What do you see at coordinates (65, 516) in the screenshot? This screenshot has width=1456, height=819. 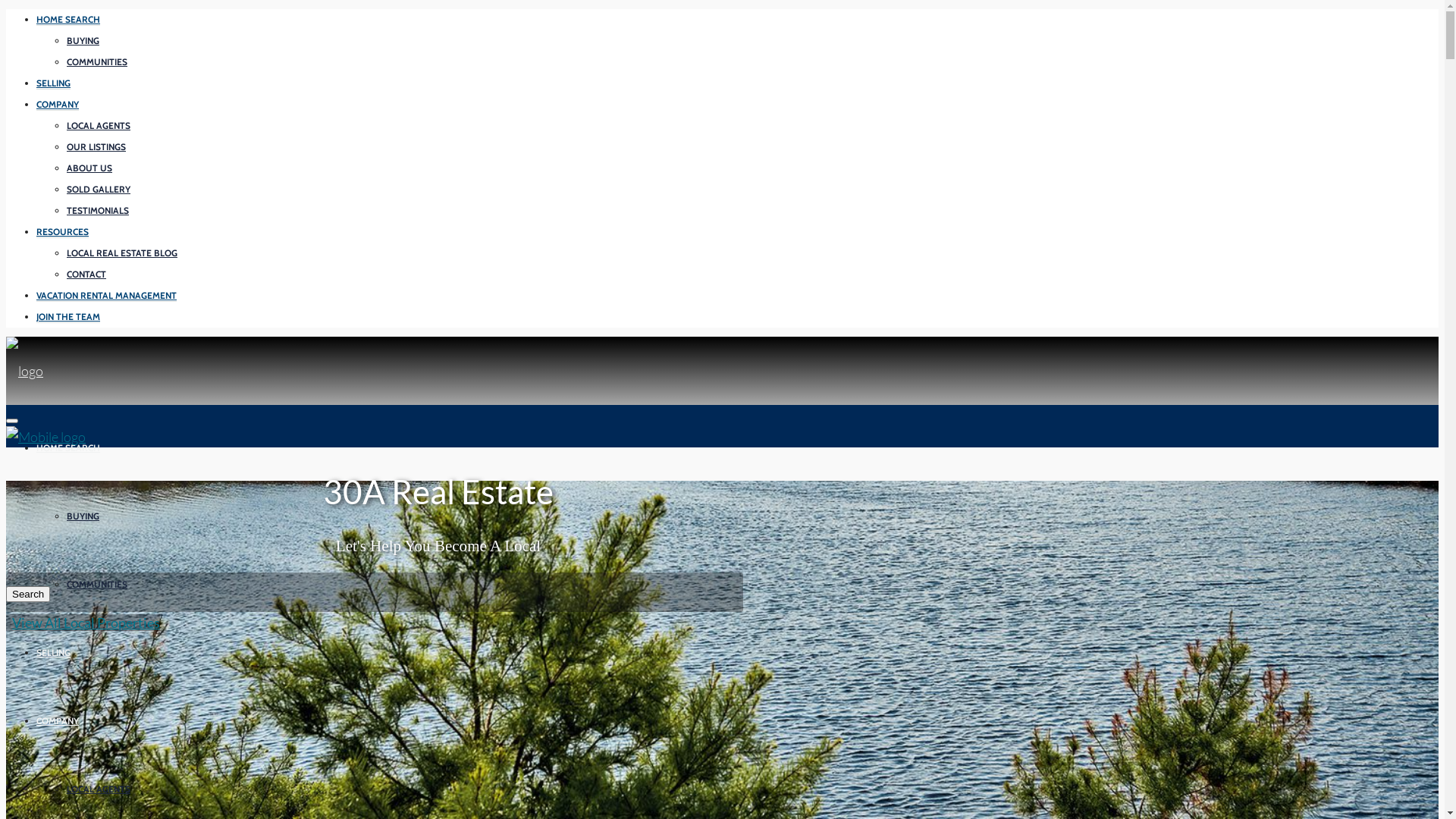 I see `'BUYING'` at bounding box center [65, 516].